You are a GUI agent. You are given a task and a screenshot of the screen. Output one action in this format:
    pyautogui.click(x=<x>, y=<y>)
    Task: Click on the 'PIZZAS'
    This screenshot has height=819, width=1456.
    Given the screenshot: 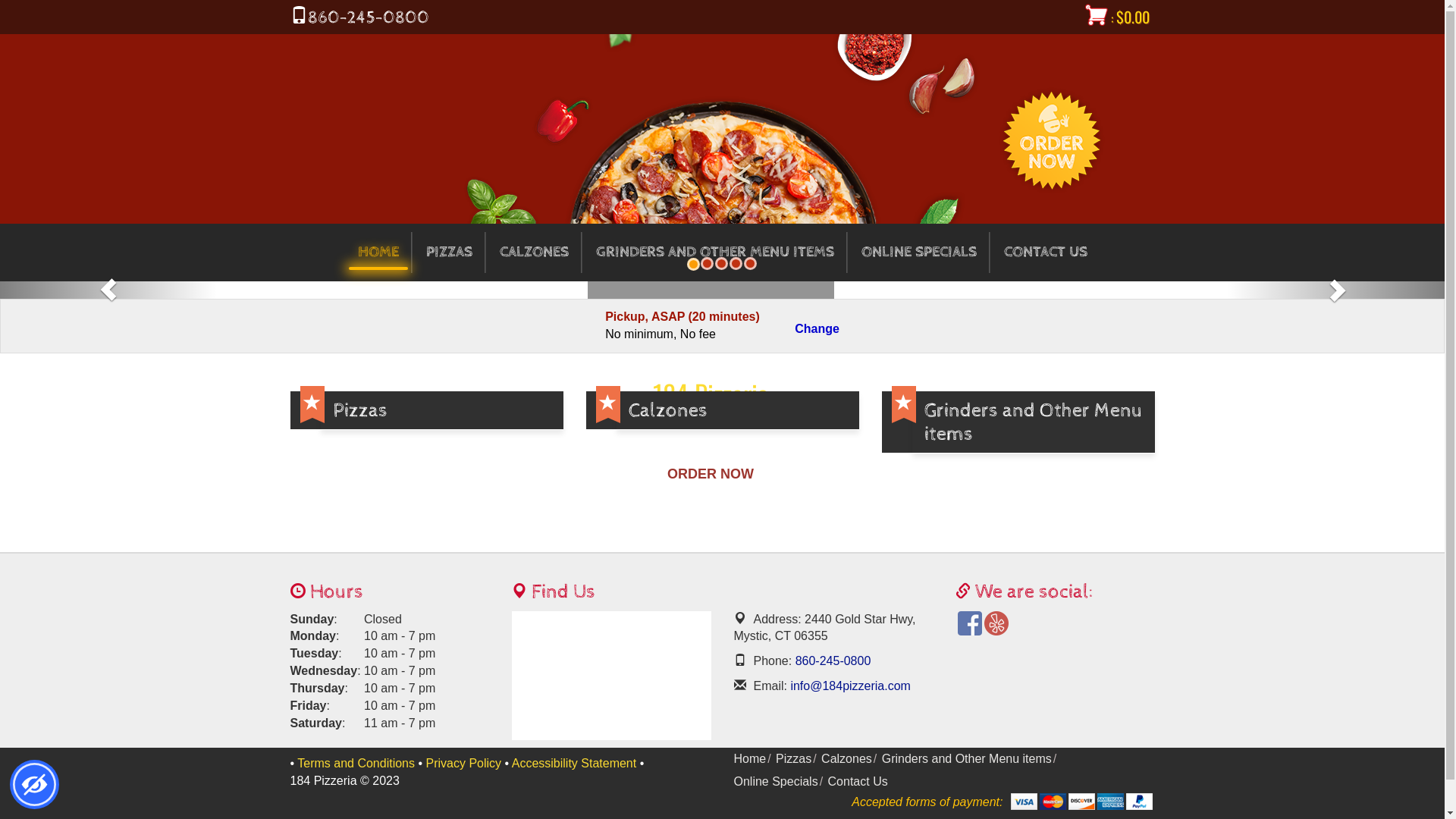 What is the action you would take?
    pyautogui.click(x=448, y=251)
    